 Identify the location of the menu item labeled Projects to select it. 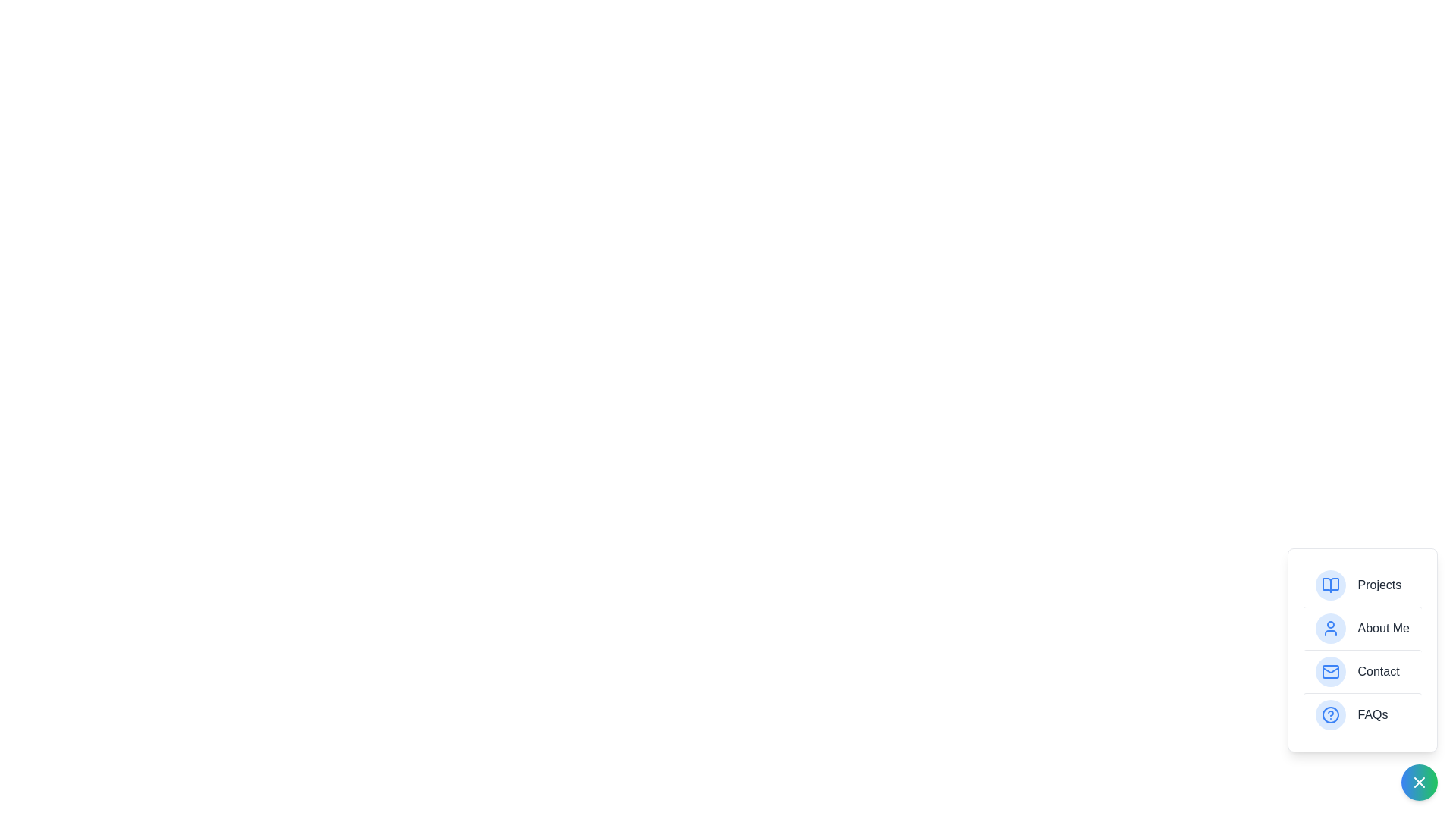
(1362, 584).